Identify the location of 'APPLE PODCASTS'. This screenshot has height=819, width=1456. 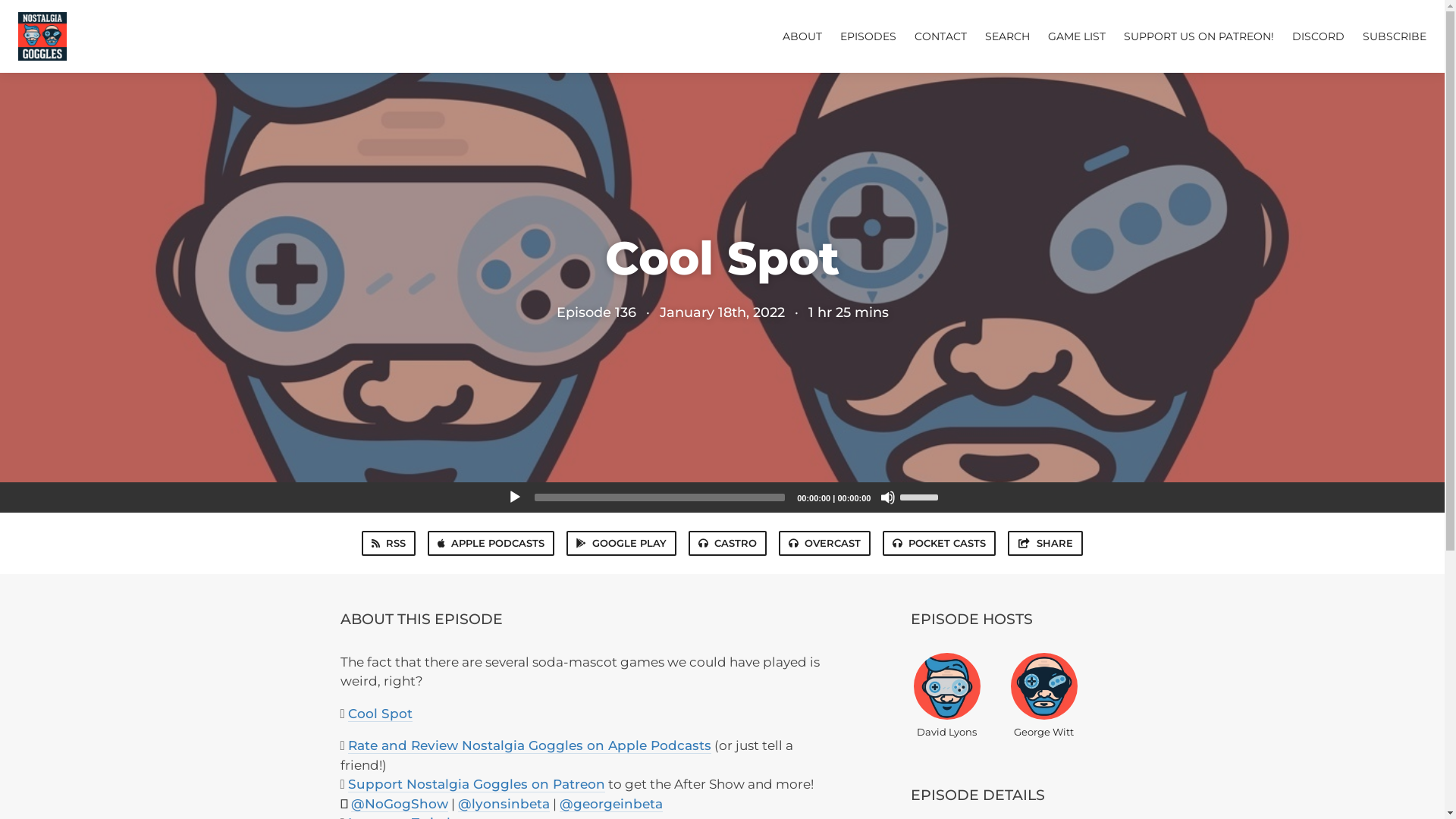
(491, 542).